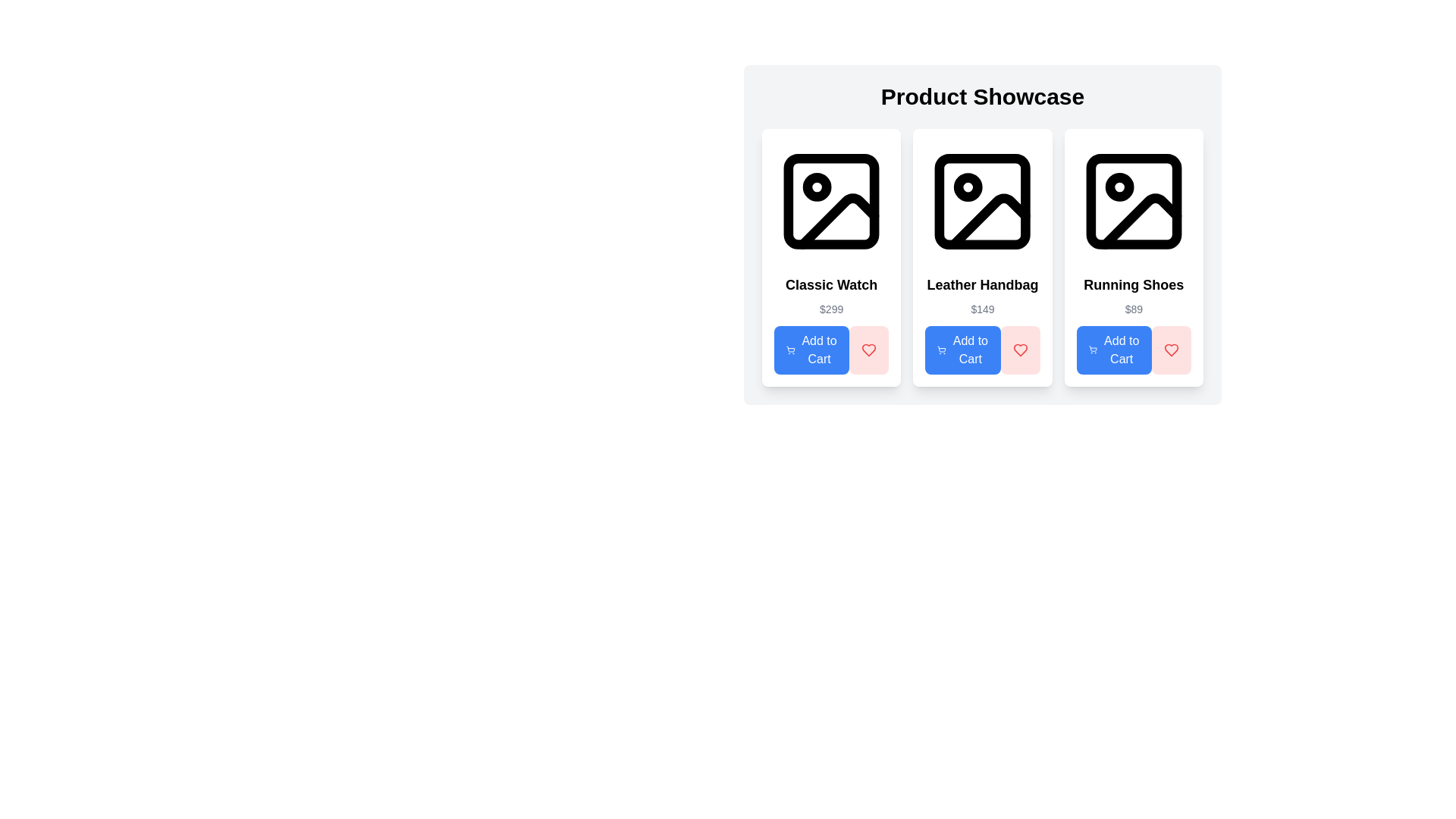 This screenshot has width=1456, height=819. I want to click on the 'Wishlist' button located at the bottom right side of the 'Running Shoes' product card, so click(1171, 350).